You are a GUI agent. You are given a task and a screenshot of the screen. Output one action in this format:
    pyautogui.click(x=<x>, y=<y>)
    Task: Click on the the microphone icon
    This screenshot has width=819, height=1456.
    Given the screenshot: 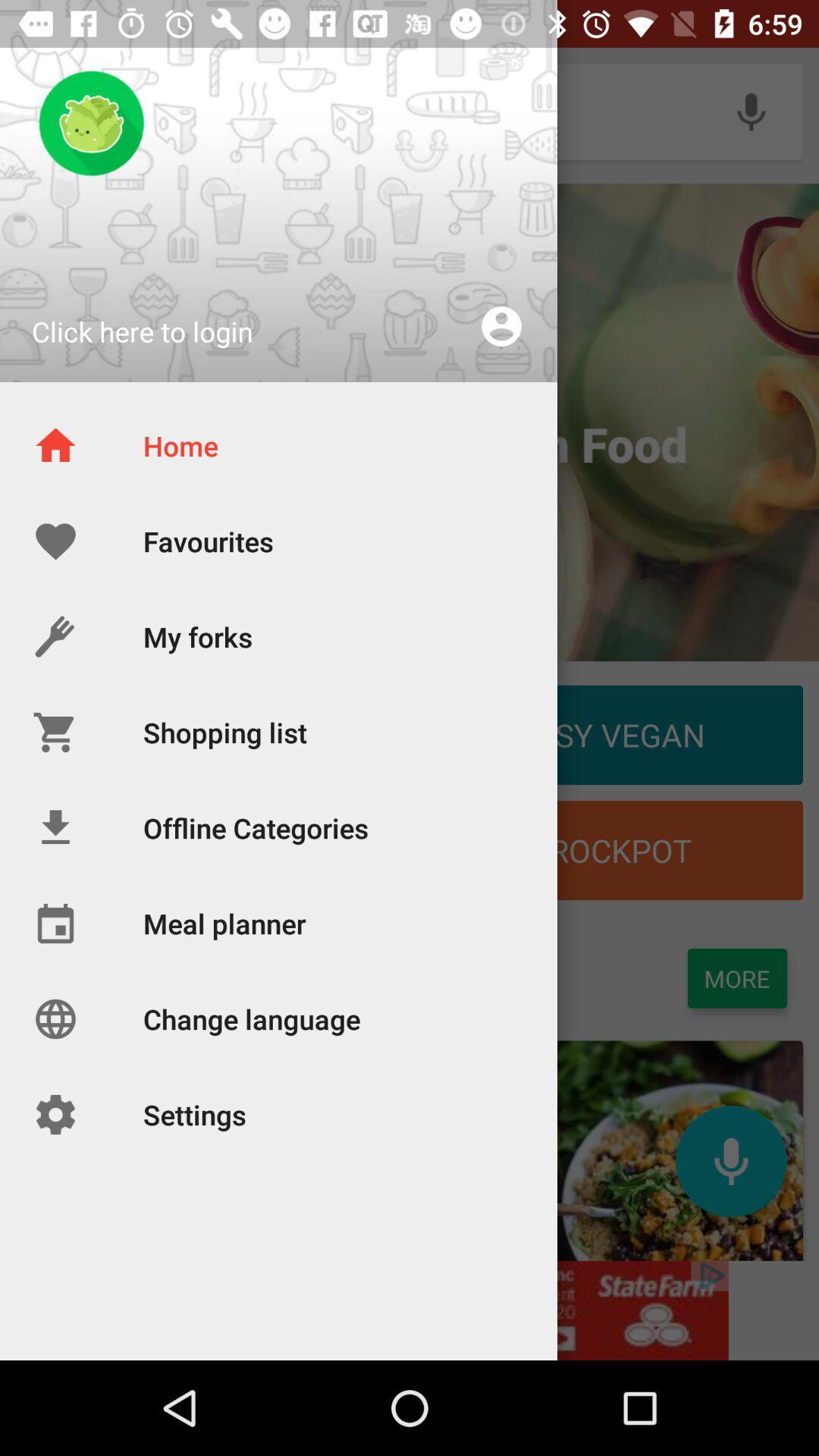 What is the action you would take?
    pyautogui.click(x=730, y=1160)
    